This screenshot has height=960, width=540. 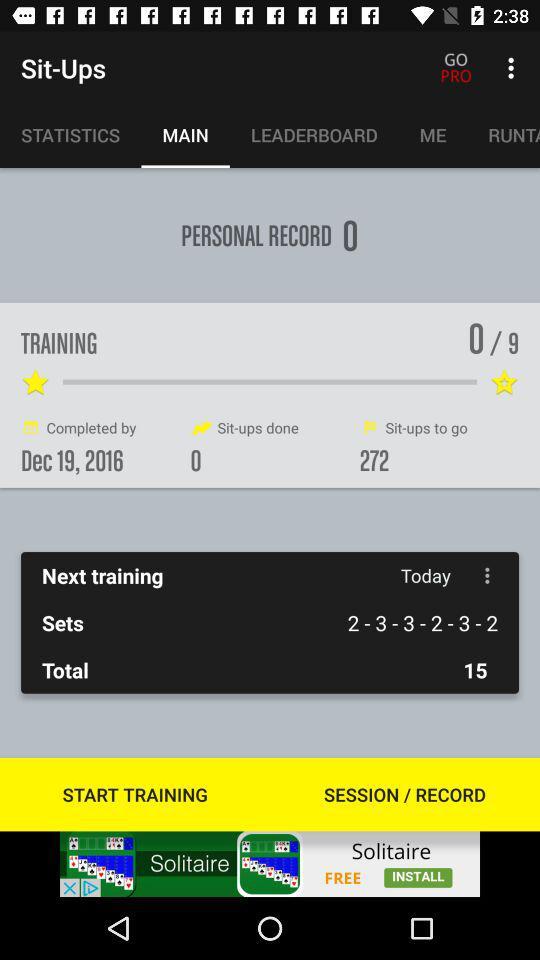 What do you see at coordinates (270, 863) in the screenshot?
I see `advertisement` at bounding box center [270, 863].